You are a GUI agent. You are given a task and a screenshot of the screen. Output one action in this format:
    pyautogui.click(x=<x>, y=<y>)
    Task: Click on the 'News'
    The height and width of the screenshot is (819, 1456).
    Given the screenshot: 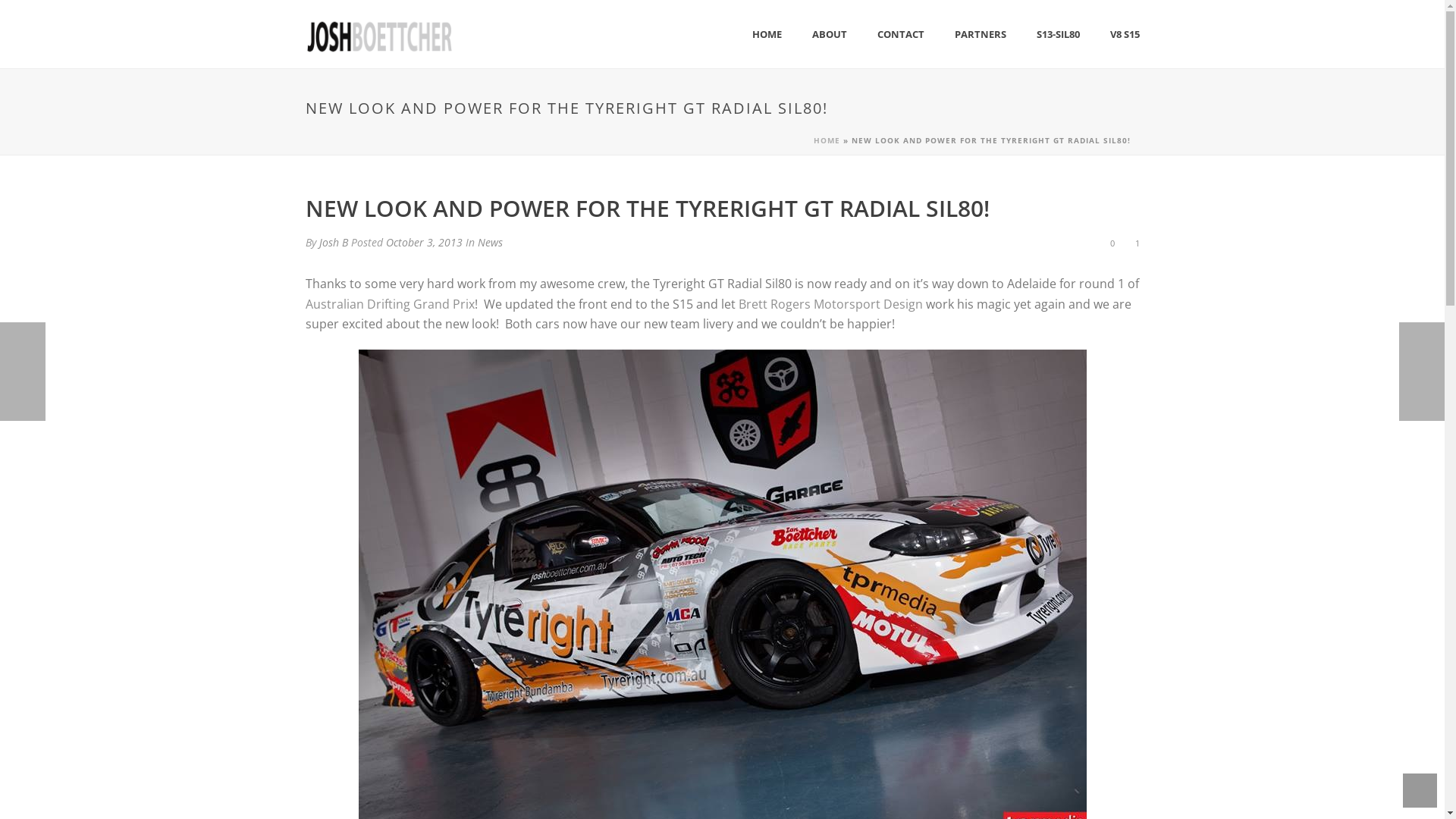 What is the action you would take?
    pyautogui.click(x=490, y=241)
    